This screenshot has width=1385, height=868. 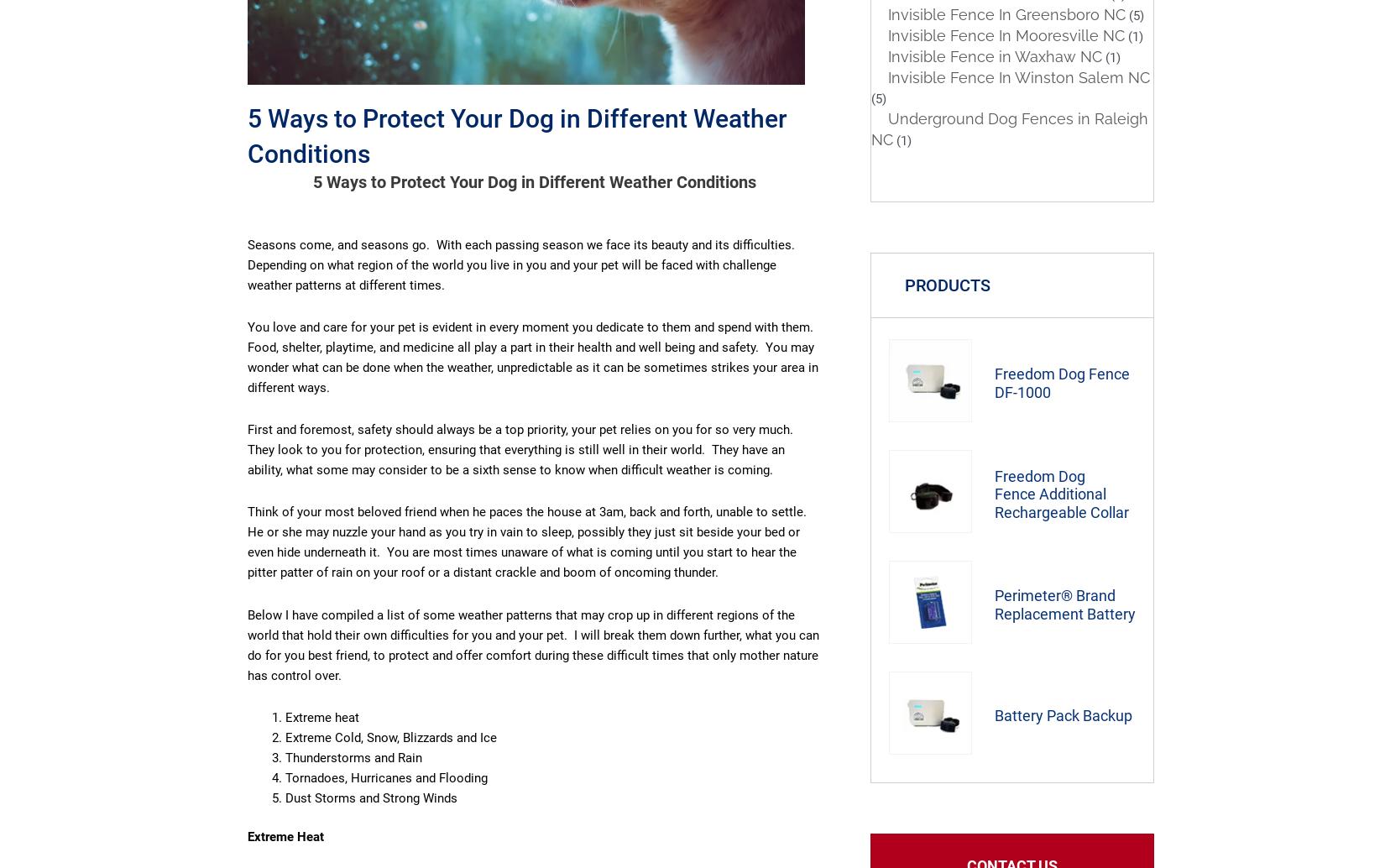 What do you see at coordinates (531, 355) in the screenshot?
I see `'You love and care for your pet is evident in every moment you dedicate to them and spend with them.  Food, shelter, playtime, and medicine all play a part in their health and well being and safety.  You may wonder what can be done when the weather, unpredictable as it can be sometimes strikes your area in different ways.'` at bounding box center [531, 355].